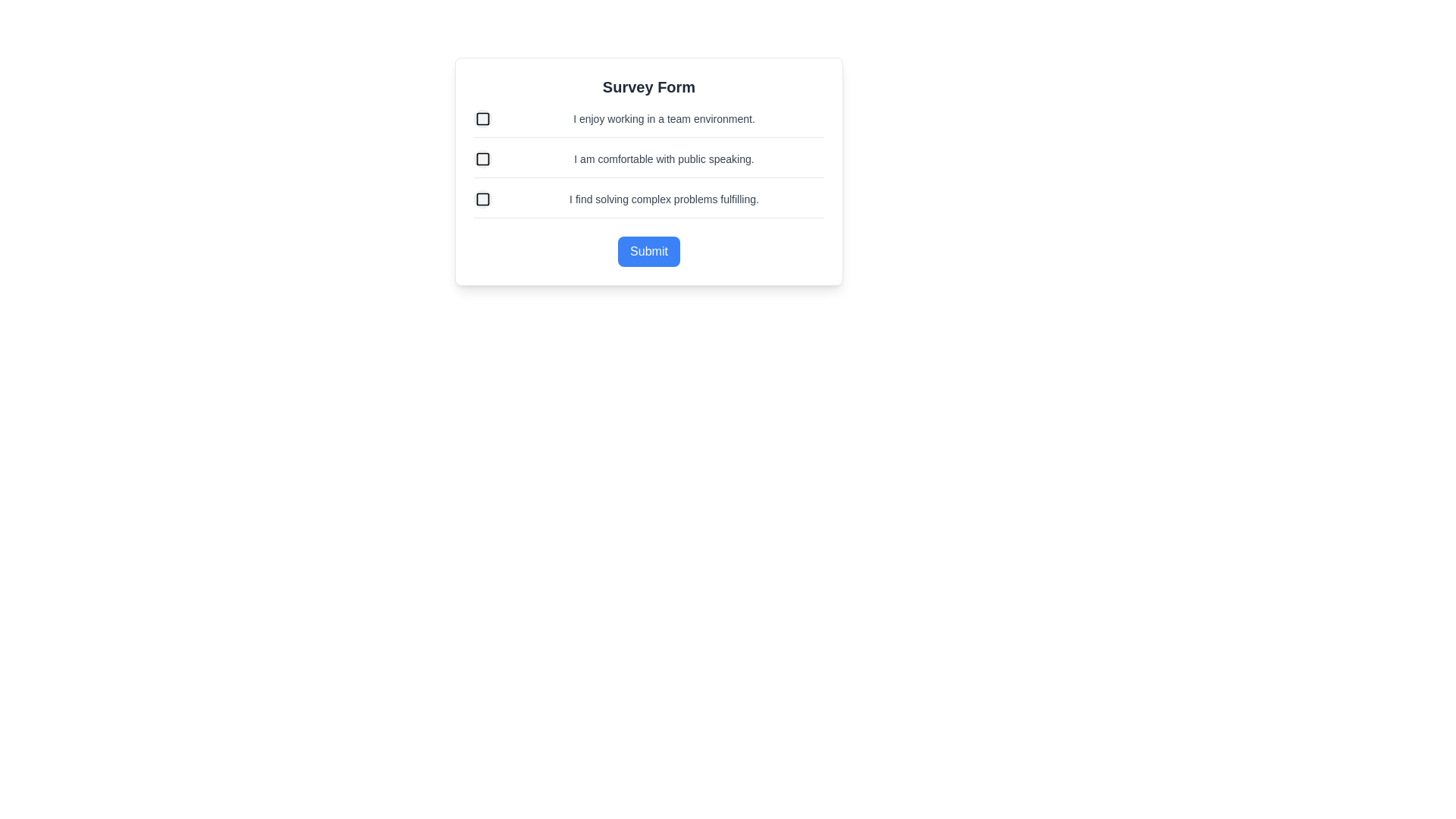 The width and height of the screenshot is (1456, 819). I want to click on the checkbox for 'I am comfortable with public speaking', so click(482, 158).